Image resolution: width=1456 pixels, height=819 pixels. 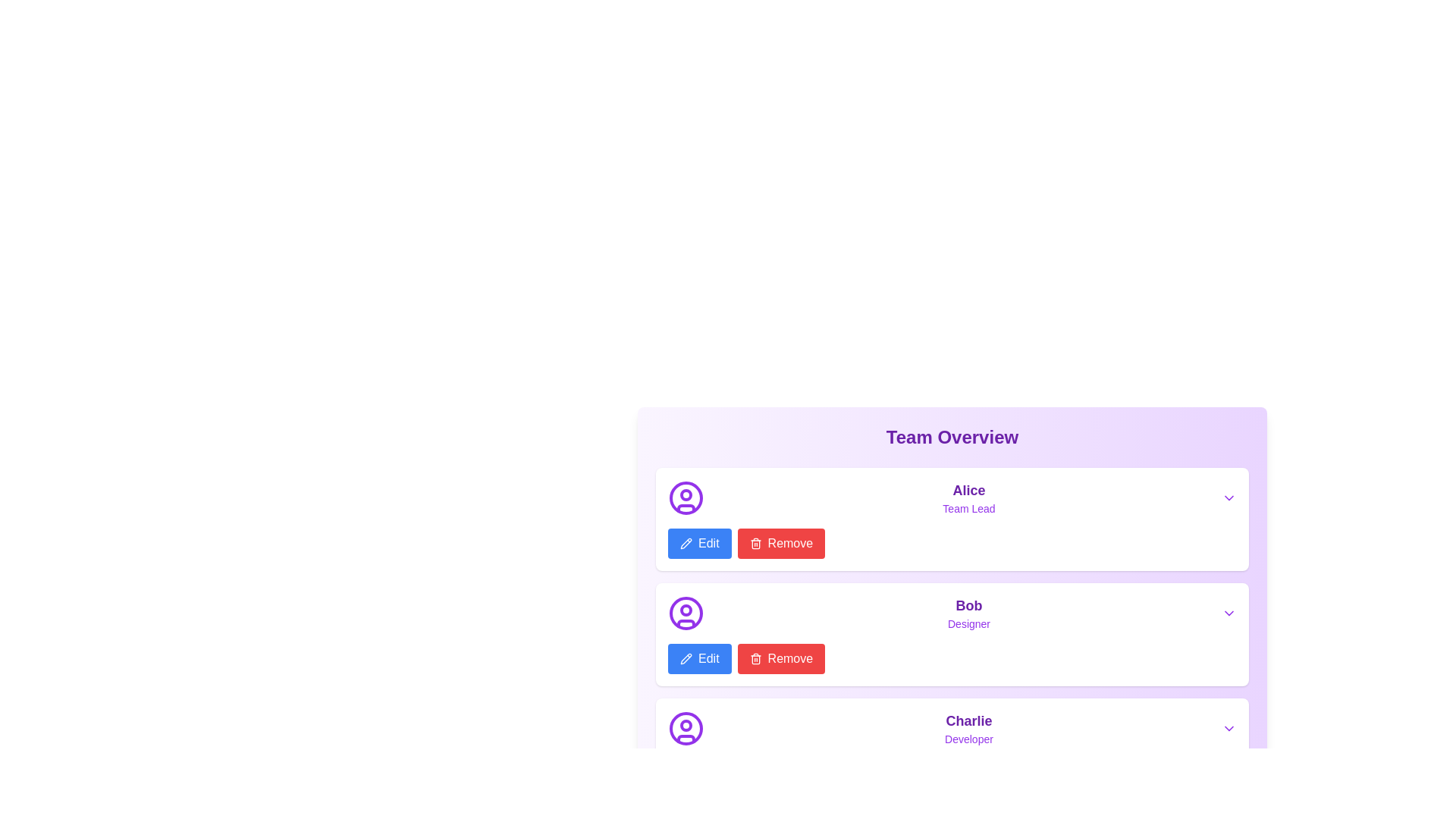 What do you see at coordinates (686, 543) in the screenshot?
I see `the 'Edit' button for 'Bob' in the 'Team Overview' section by clicking on the associated icon` at bounding box center [686, 543].